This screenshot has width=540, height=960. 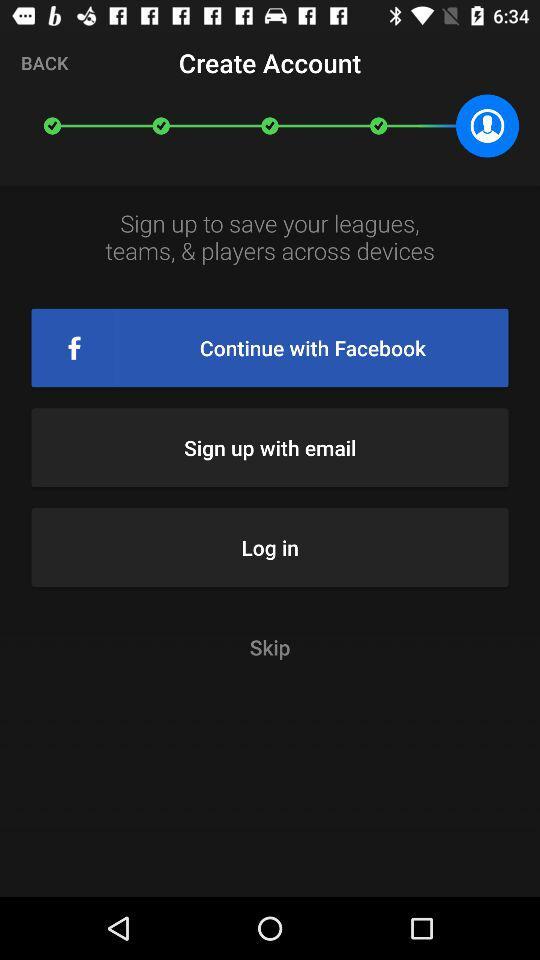 What do you see at coordinates (270, 646) in the screenshot?
I see `skip item` at bounding box center [270, 646].